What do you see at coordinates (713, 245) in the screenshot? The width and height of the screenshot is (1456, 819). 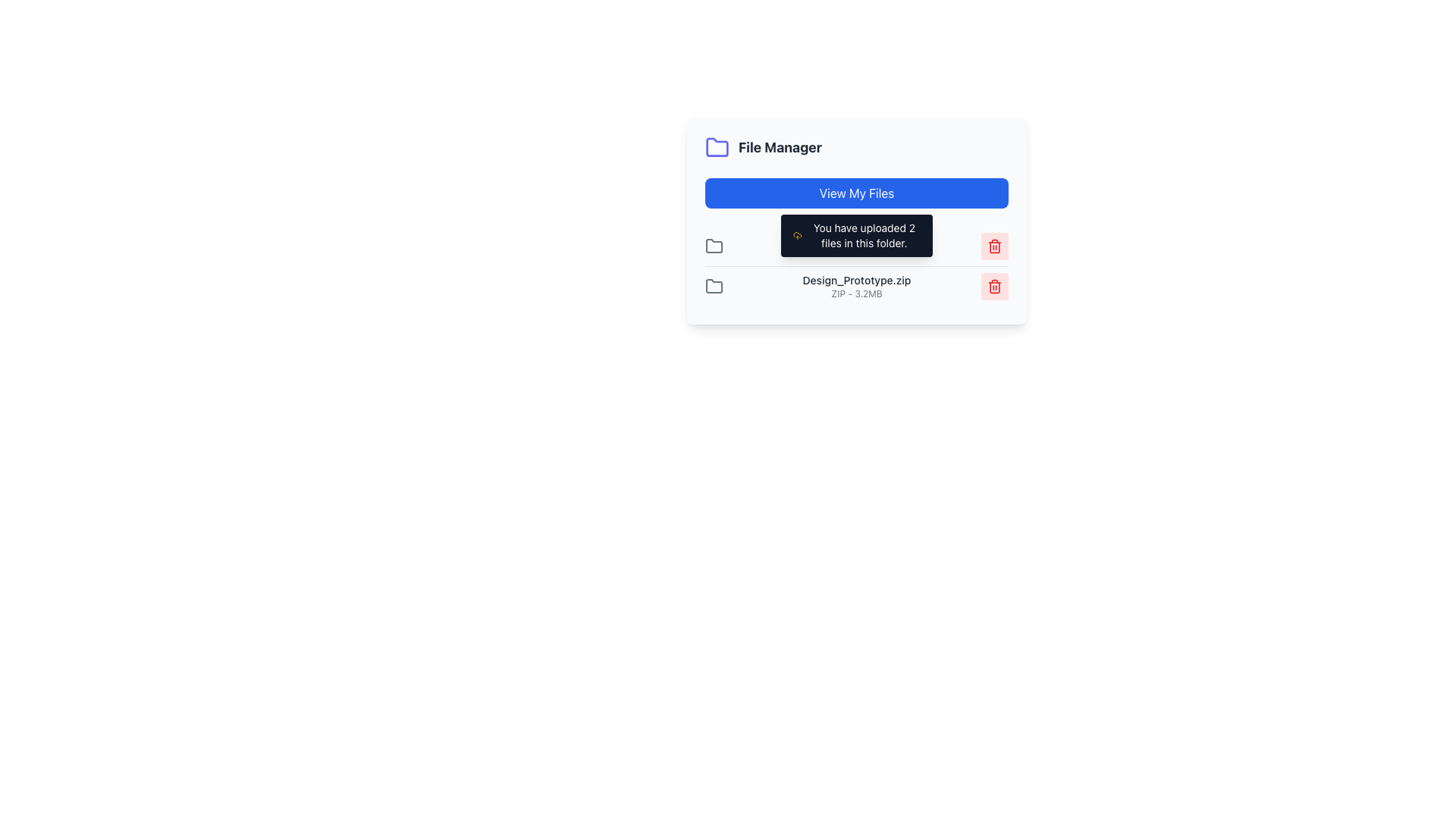 I see `the folder icon element located in the 'File Manager' section, which is depicted with a simplistic outline style and rounded corners, adjacent to the text 'File Manager'` at bounding box center [713, 245].